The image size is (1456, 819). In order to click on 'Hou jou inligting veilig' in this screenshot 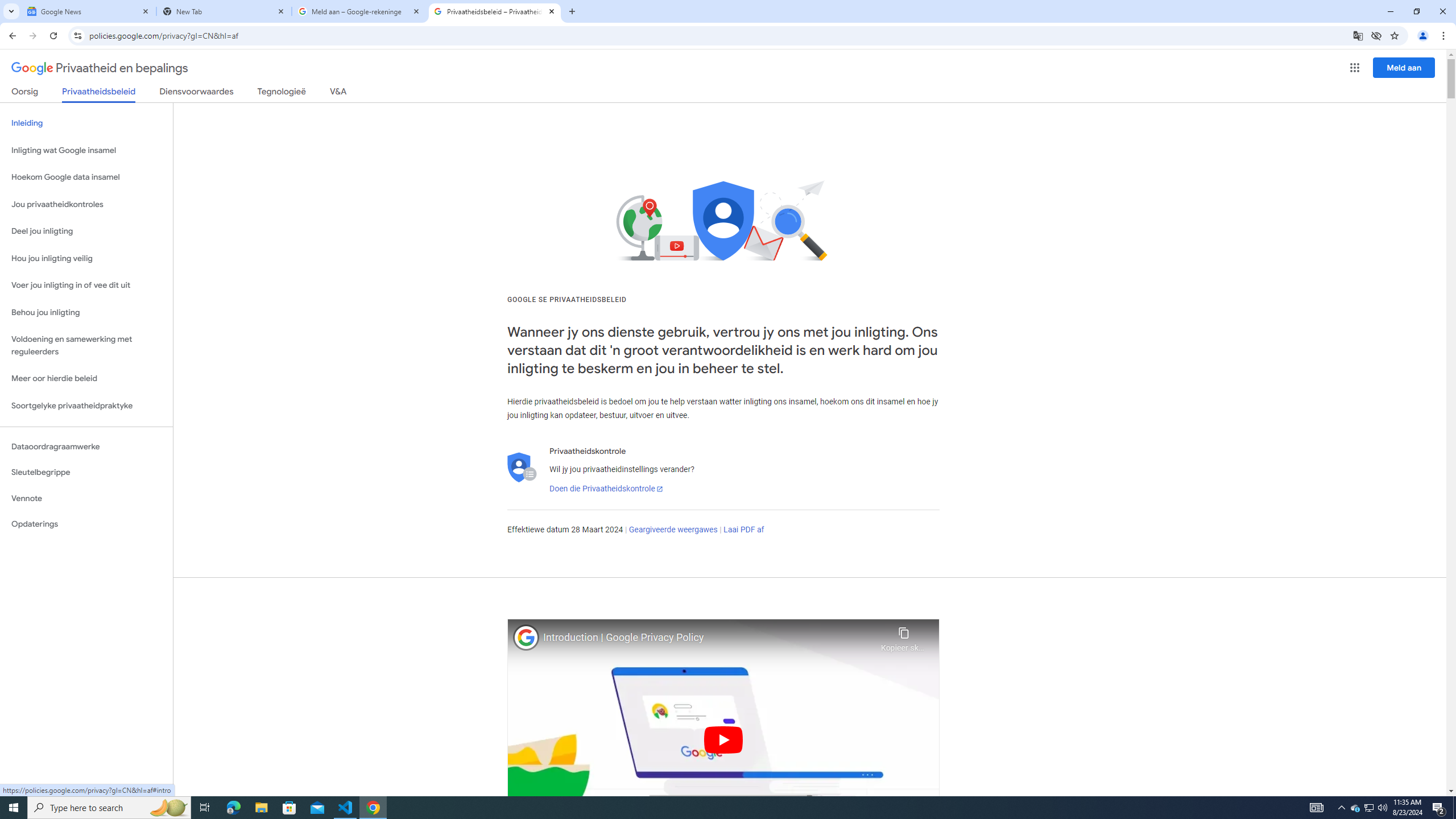, I will do `click(86, 259)`.